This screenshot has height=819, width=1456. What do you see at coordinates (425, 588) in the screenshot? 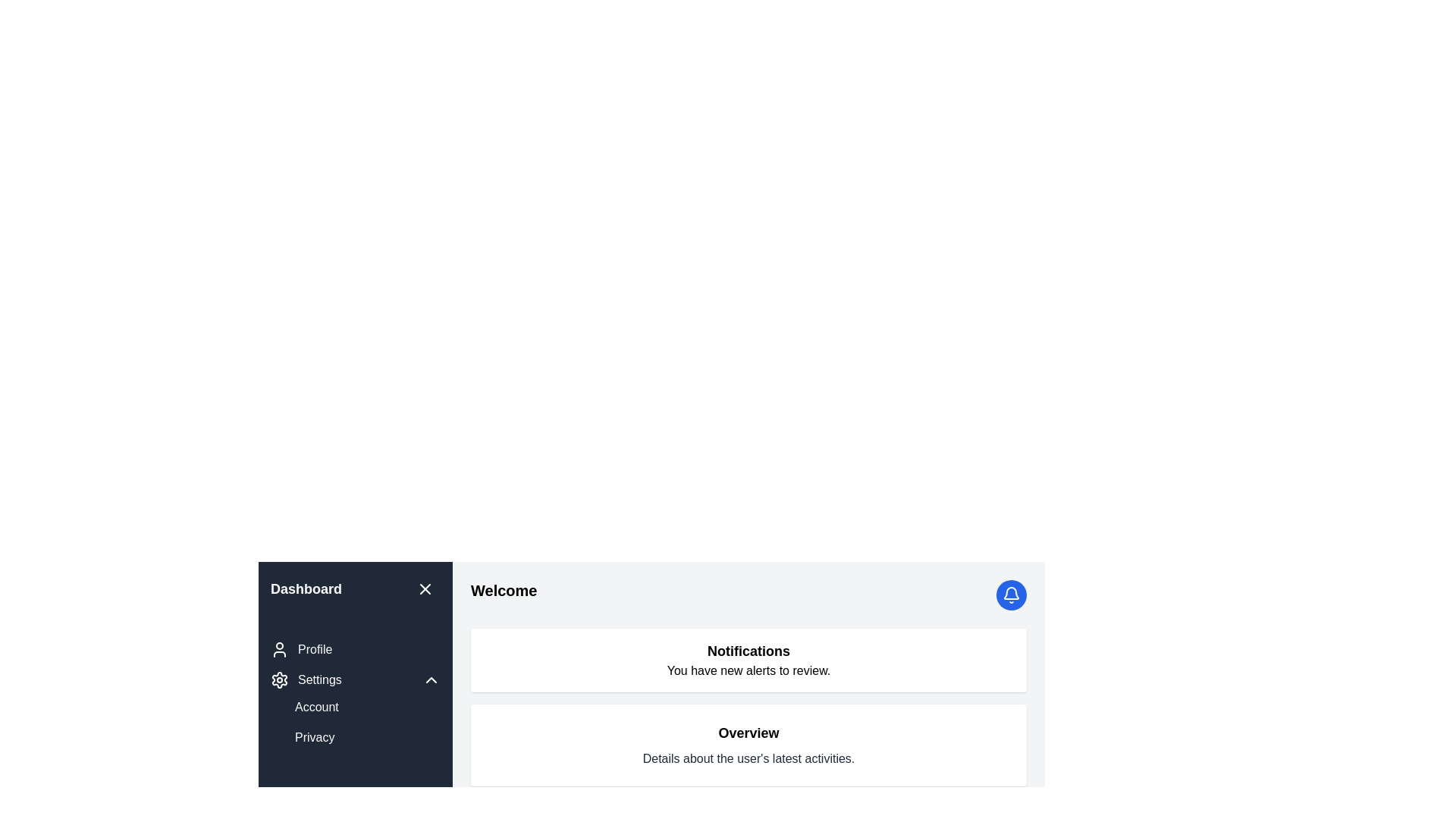
I see `the close button represented by a simplistic 'X' shape` at bounding box center [425, 588].